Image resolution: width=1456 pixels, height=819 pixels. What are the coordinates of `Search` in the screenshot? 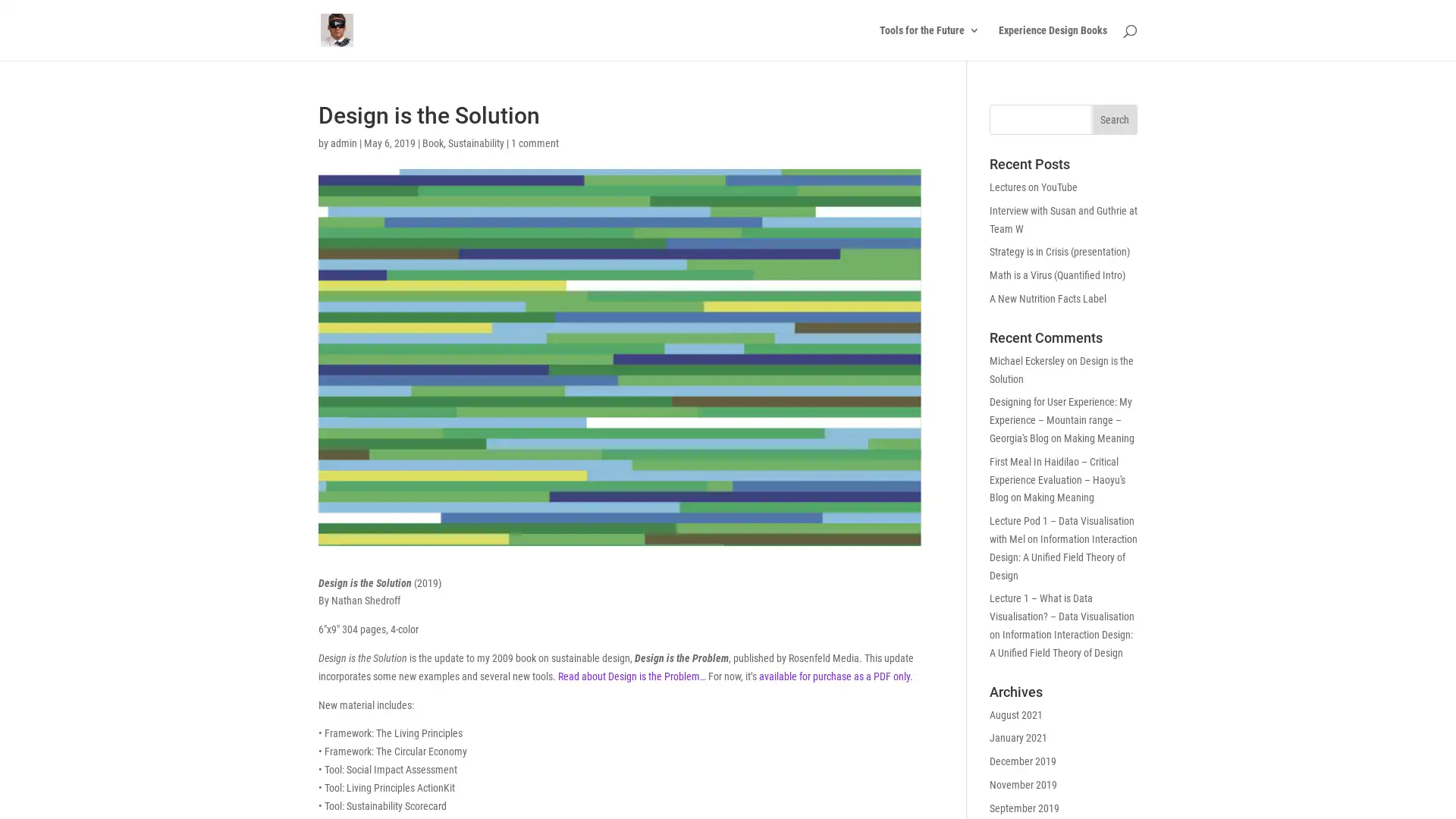 It's located at (1114, 119).